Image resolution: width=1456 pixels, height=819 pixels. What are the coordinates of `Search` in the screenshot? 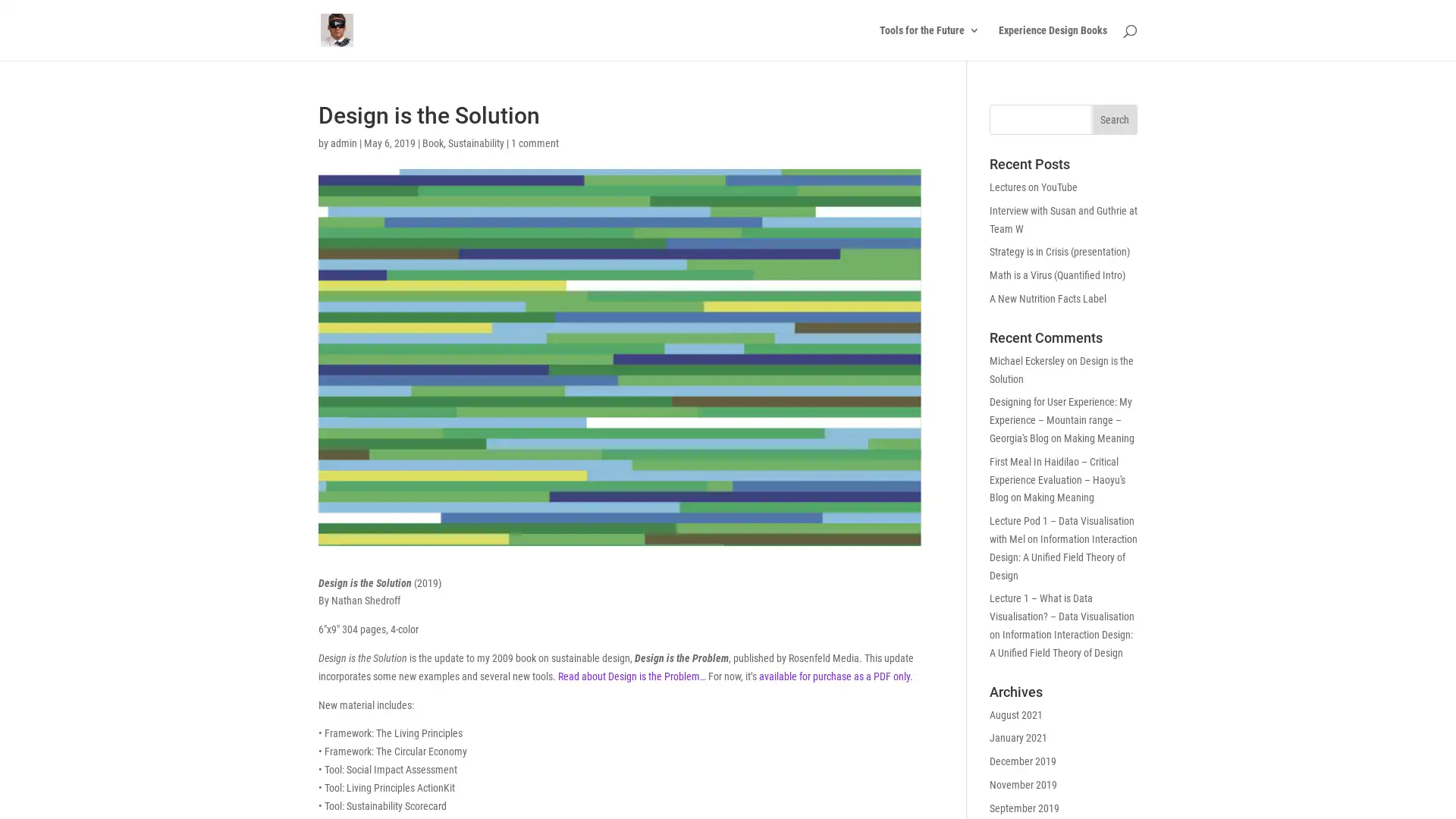 It's located at (1114, 119).